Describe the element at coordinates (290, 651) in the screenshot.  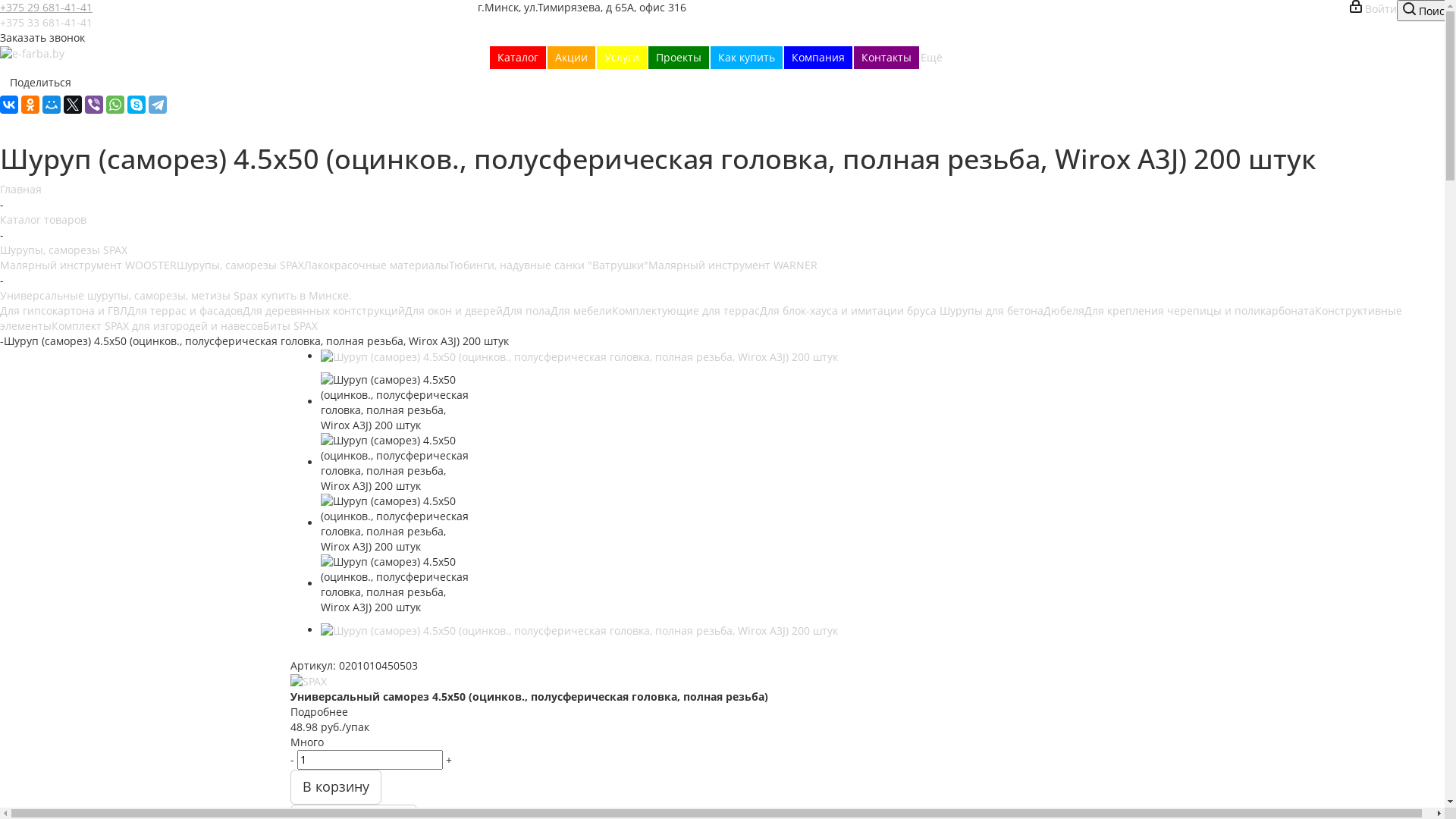
I see `'1'` at that location.